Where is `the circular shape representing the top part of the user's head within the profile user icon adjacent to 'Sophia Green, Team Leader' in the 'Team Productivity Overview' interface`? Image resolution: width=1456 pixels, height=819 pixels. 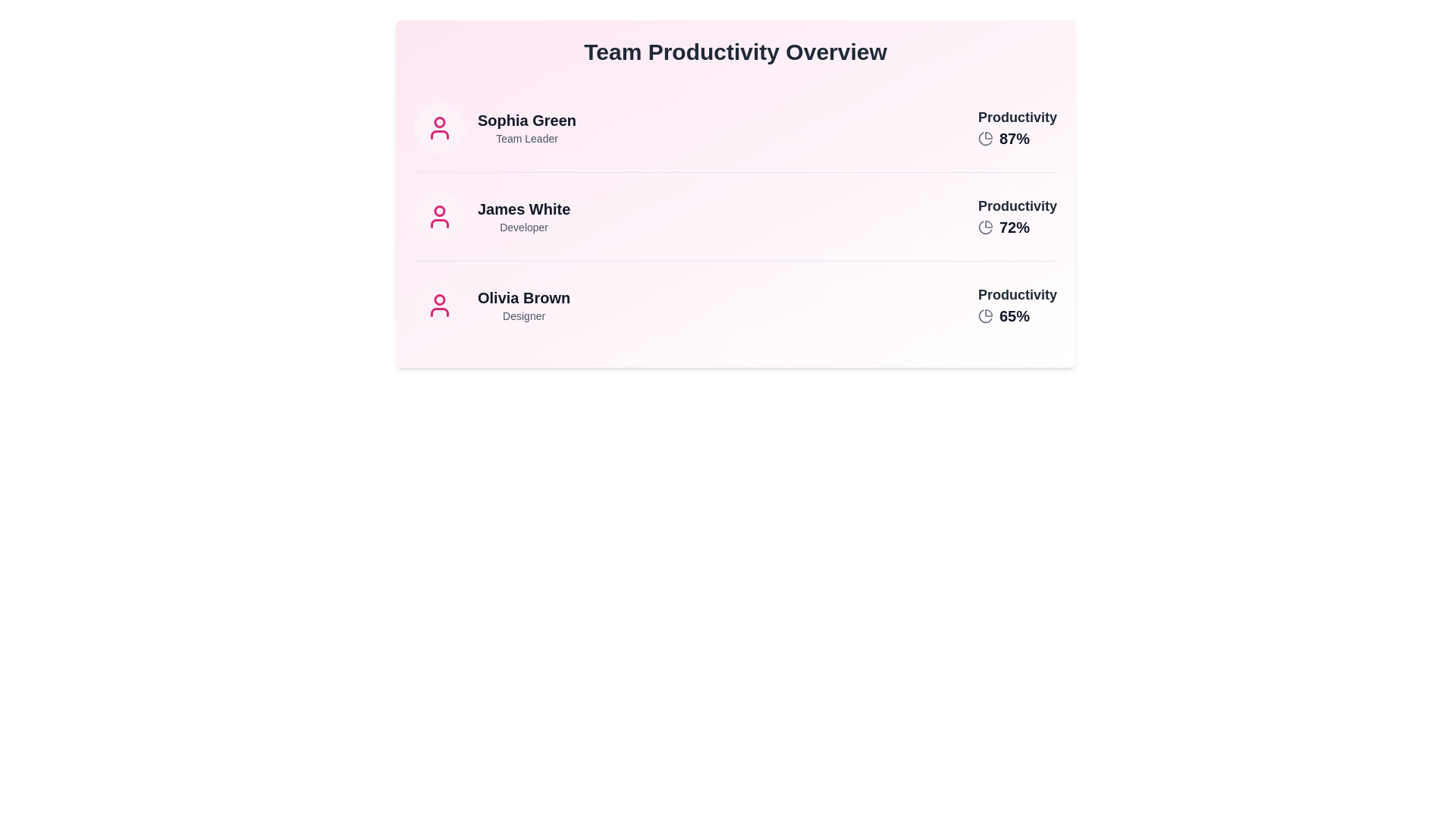
the circular shape representing the top part of the user's head within the profile user icon adjacent to 'Sophia Green, Team Leader' in the 'Team Productivity Overview' interface is located at coordinates (439, 121).